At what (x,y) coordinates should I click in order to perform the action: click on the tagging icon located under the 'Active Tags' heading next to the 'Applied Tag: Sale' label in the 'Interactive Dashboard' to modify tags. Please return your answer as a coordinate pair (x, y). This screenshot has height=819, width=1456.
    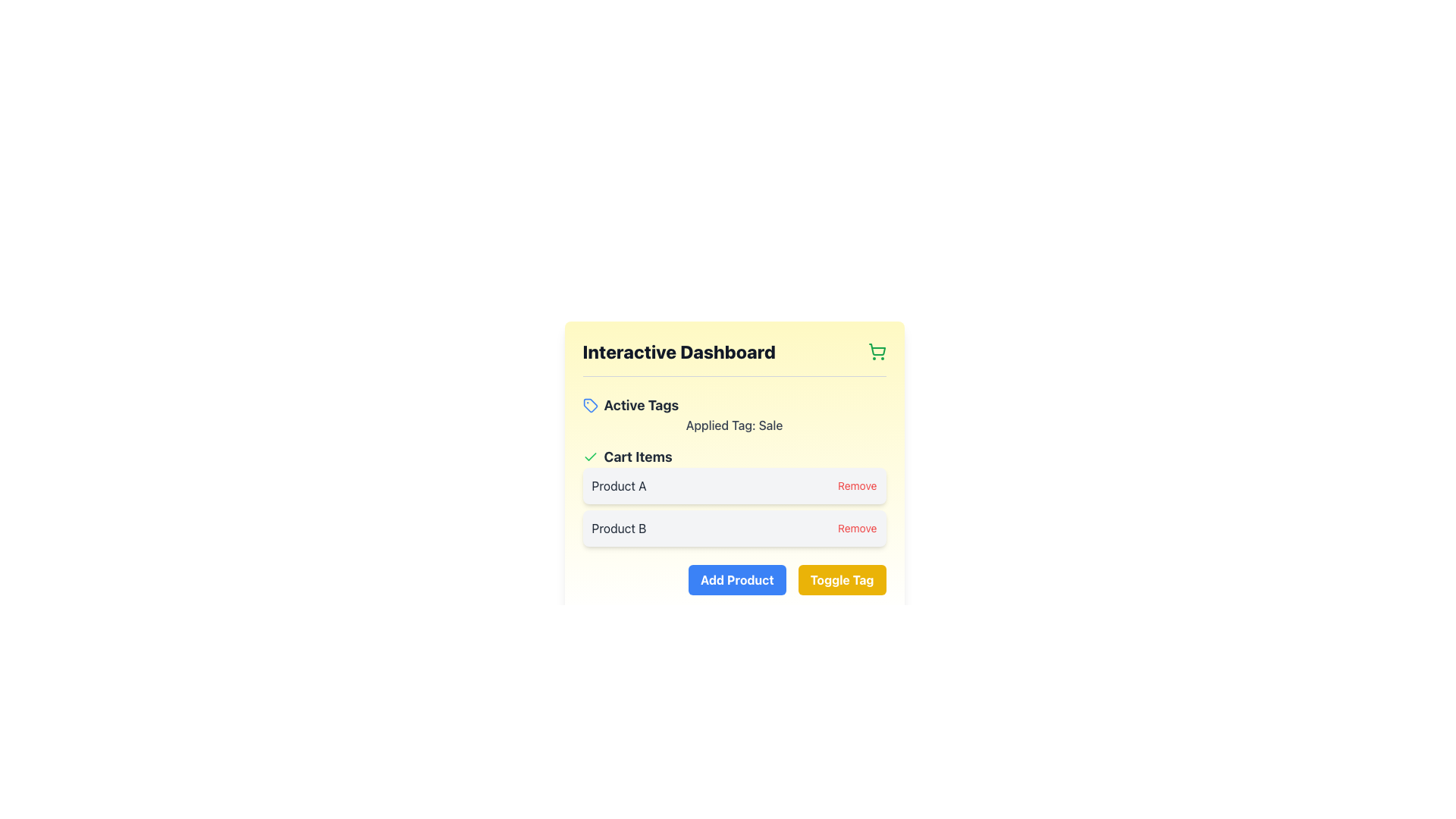
    Looking at the image, I should click on (588, 403).